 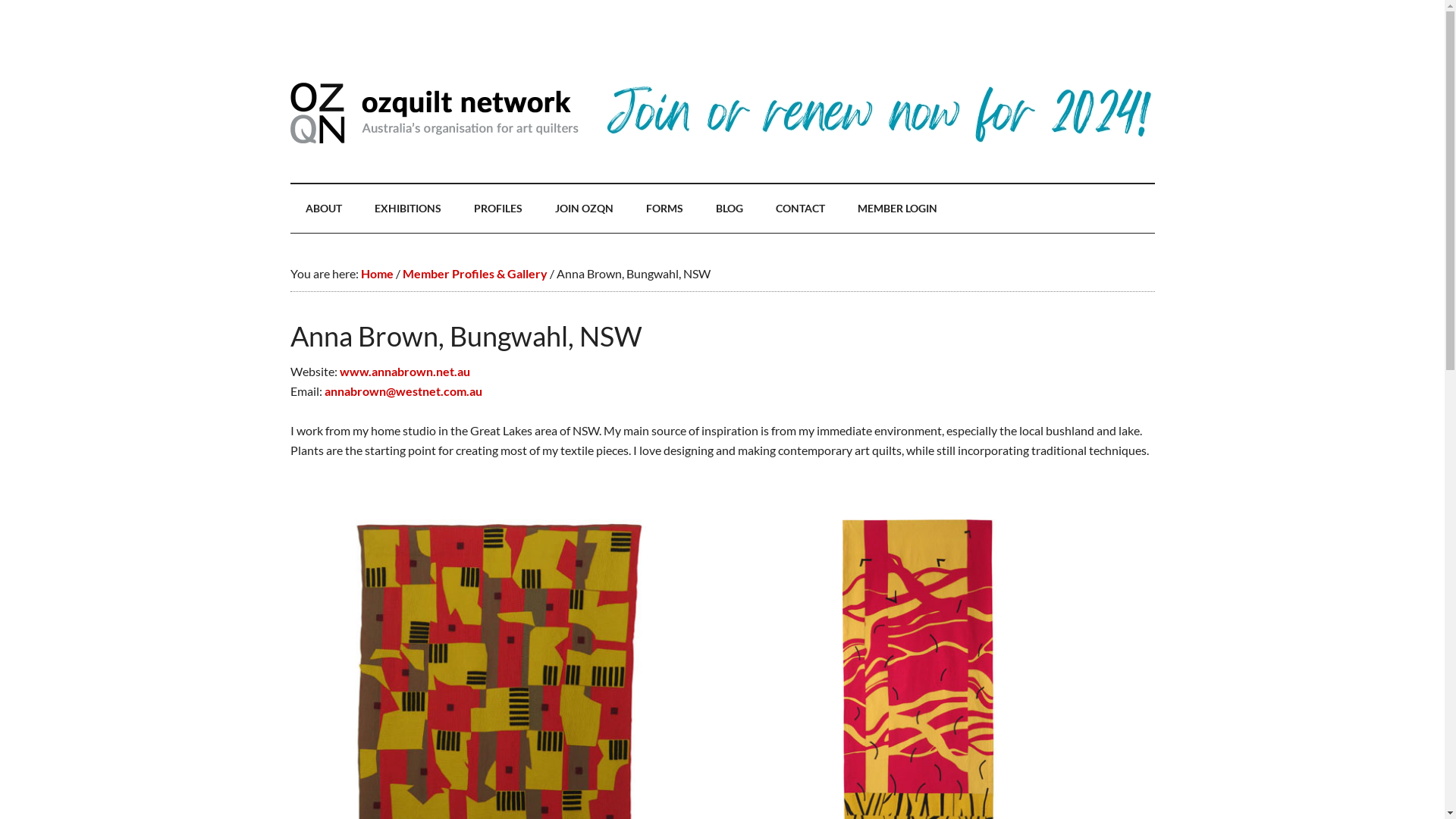 What do you see at coordinates (896, 208) in the screenshot?
I see `'MEMBER LOGIN'` at bounding box center [896, 208].